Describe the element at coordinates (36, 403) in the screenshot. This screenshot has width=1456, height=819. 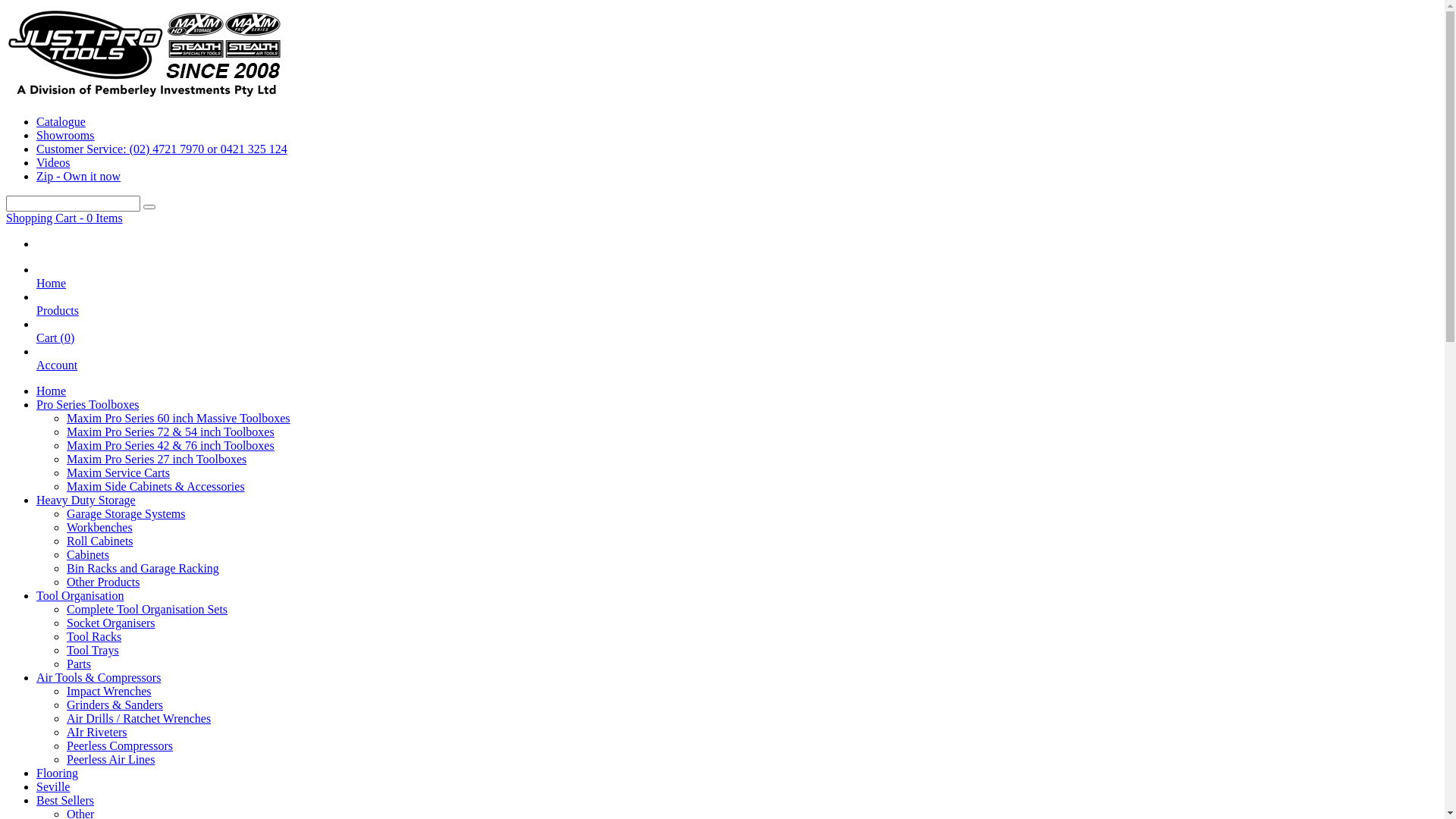
I see `'Pro Series Toolboxes'` at that location.